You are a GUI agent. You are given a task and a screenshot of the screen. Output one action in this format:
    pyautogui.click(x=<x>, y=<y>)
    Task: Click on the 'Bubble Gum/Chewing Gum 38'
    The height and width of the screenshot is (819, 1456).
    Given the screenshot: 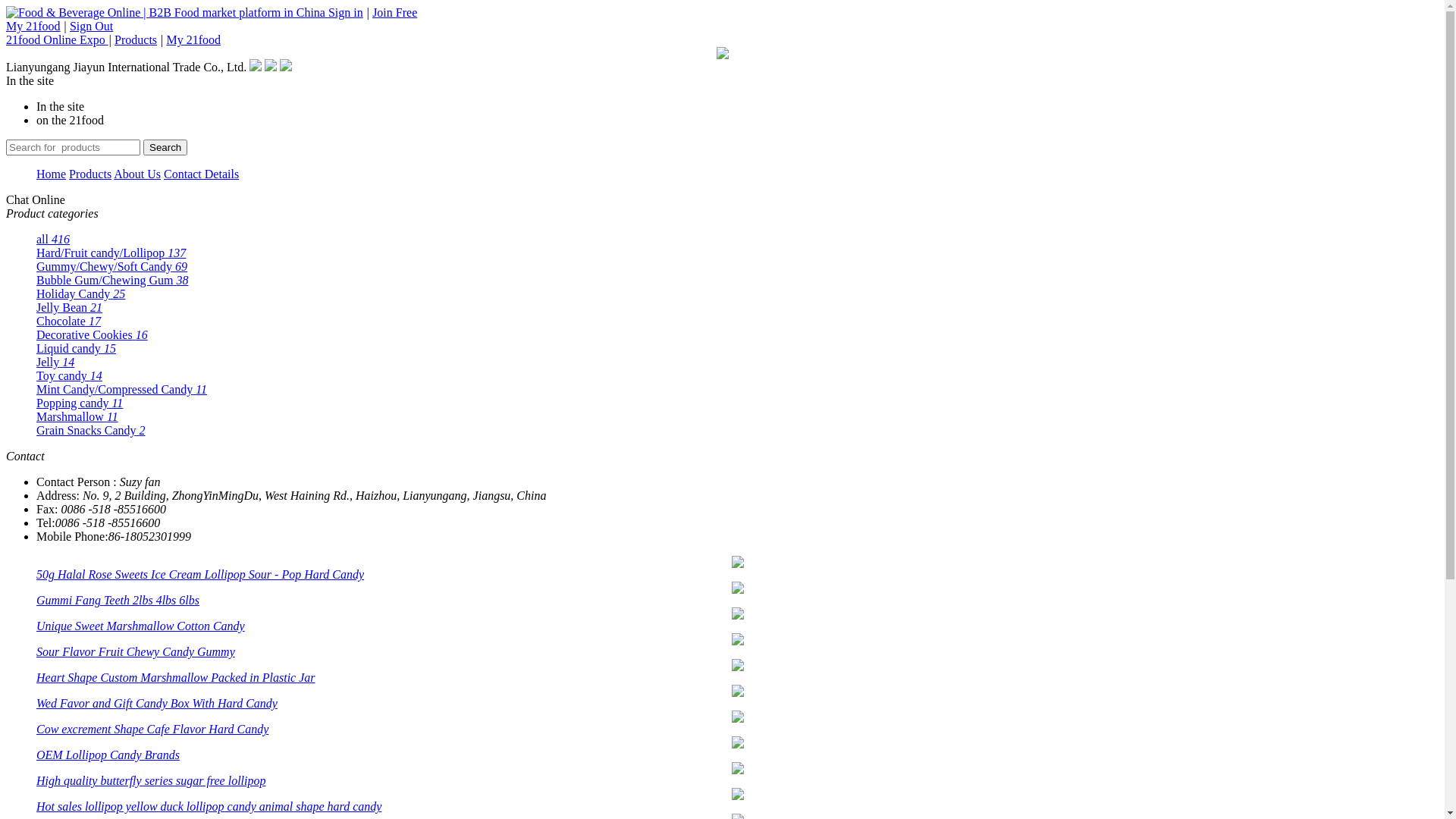 What is the action you would take?
    pyautogui.click(x=111, y=280)
    